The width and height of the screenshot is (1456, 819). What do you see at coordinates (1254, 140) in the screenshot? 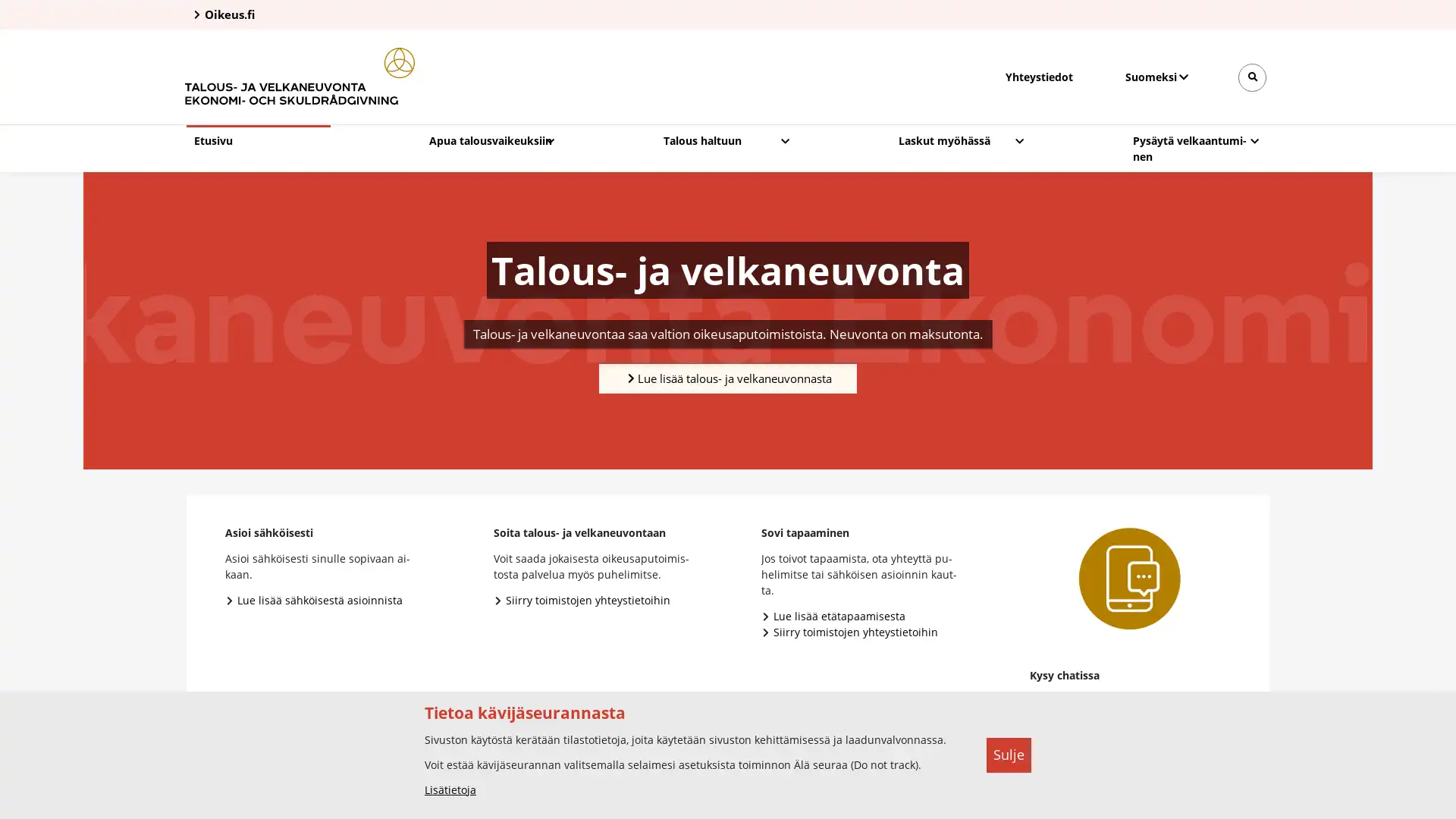
I see `Avaa pudotusvalikko` at bounding box center [1254, 140].